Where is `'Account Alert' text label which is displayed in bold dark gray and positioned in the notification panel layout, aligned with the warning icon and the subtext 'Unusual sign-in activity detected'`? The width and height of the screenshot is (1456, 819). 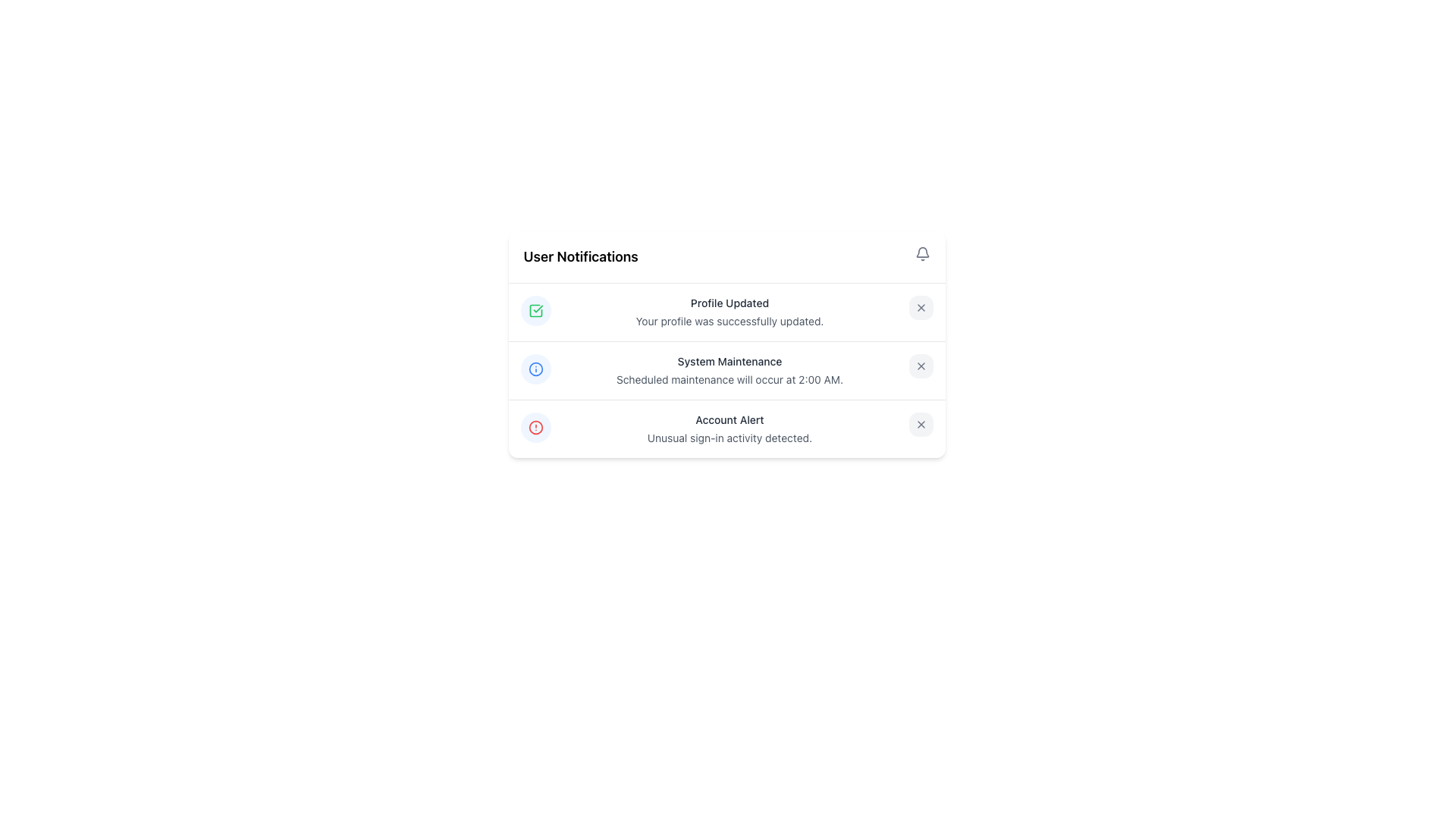
'Account Alert' text label which is displayed in bold dark gray and positioned in the notification panel layout, aligned with the warning icon and the subtext 'Unusual sign-in activity detected' is located at coordinates (730, 420).